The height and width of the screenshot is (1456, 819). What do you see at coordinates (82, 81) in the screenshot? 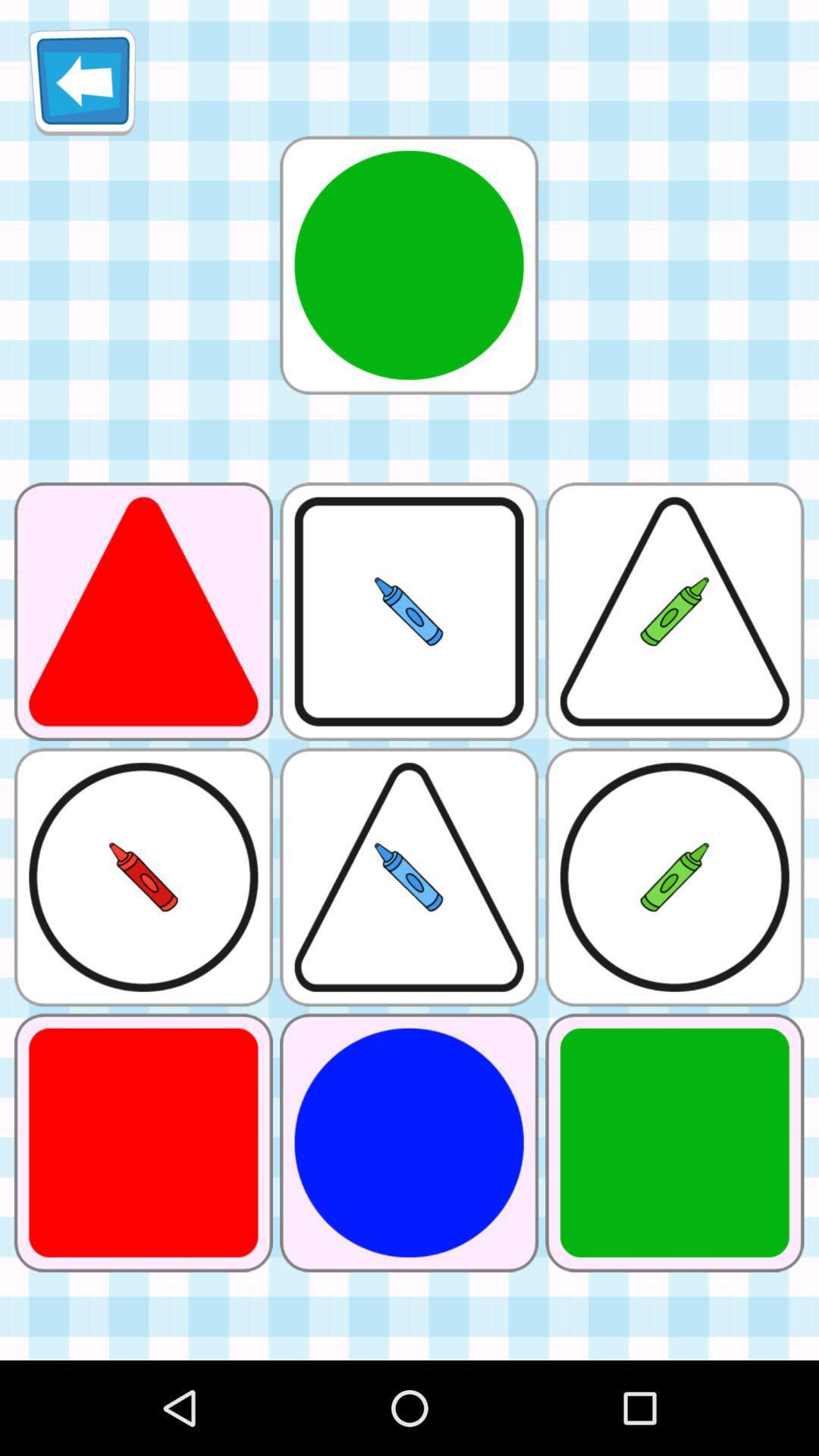
I see `previous` at bounding box center [82, 81].